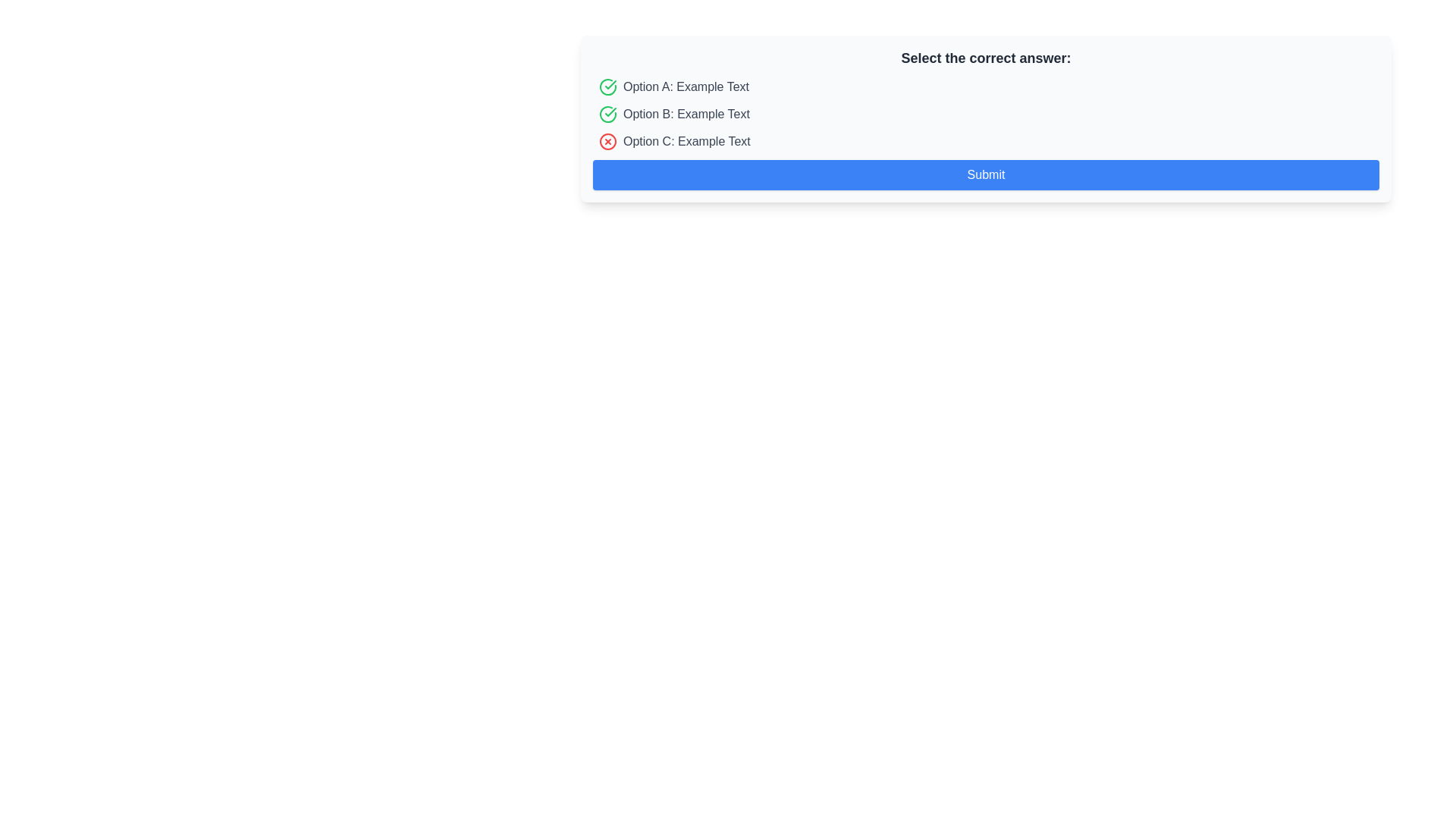 The image size is (1456, 819). What do you see at coordinates (607, 87) in the screenshot?
I see `the circular border of the green check mark icon located above the text 'Option B: Example Text'` at bounding box center [607, 87].